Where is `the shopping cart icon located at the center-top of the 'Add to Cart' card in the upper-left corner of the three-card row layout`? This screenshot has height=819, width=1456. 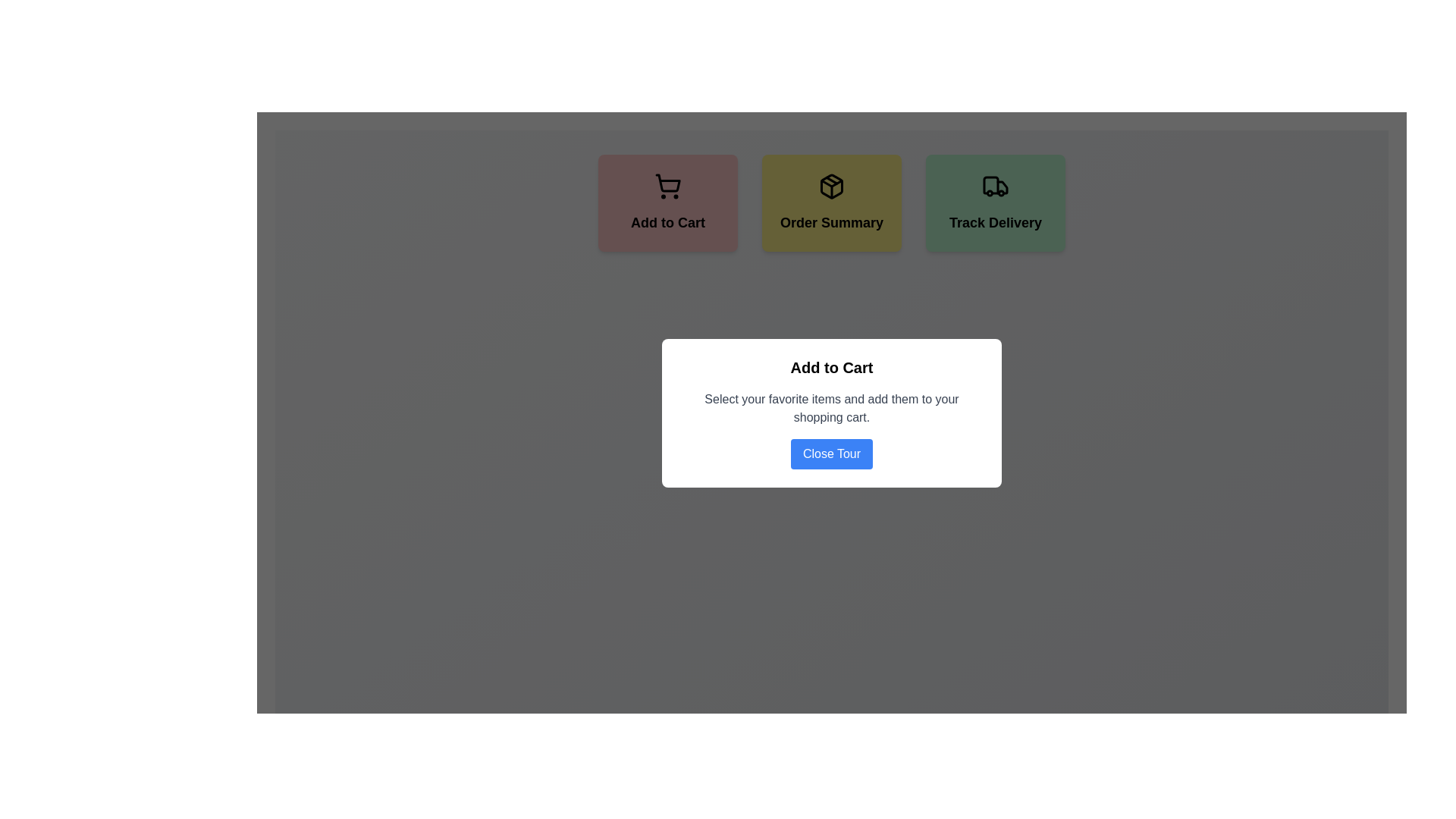 the shopping cart icon located at the center-top of the 'Add to Cart' card in the upper-left corner of the three-card row layout is located at coordinates (667, 186).